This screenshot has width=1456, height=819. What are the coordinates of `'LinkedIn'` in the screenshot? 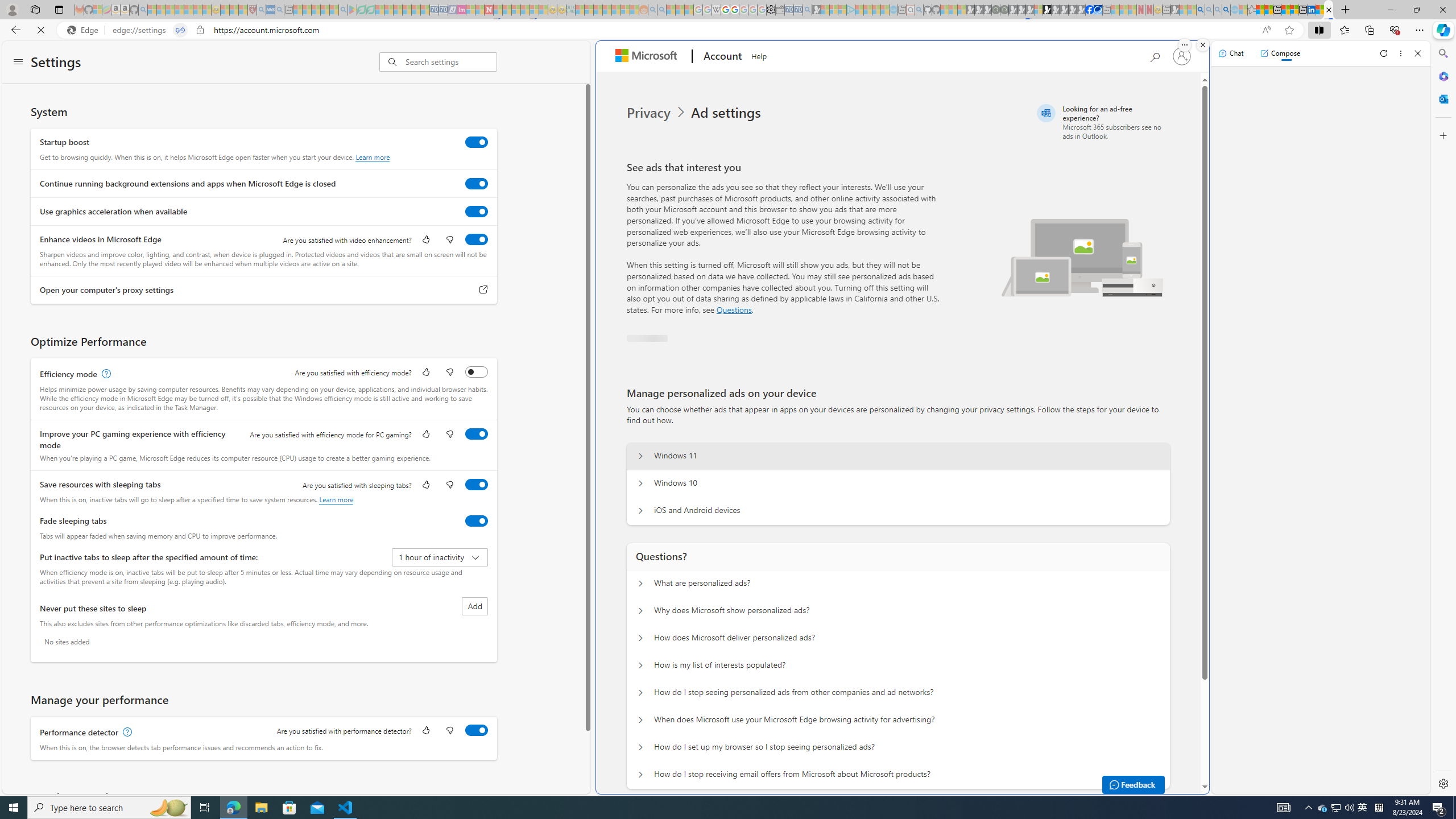 It's located at (1312, 9).